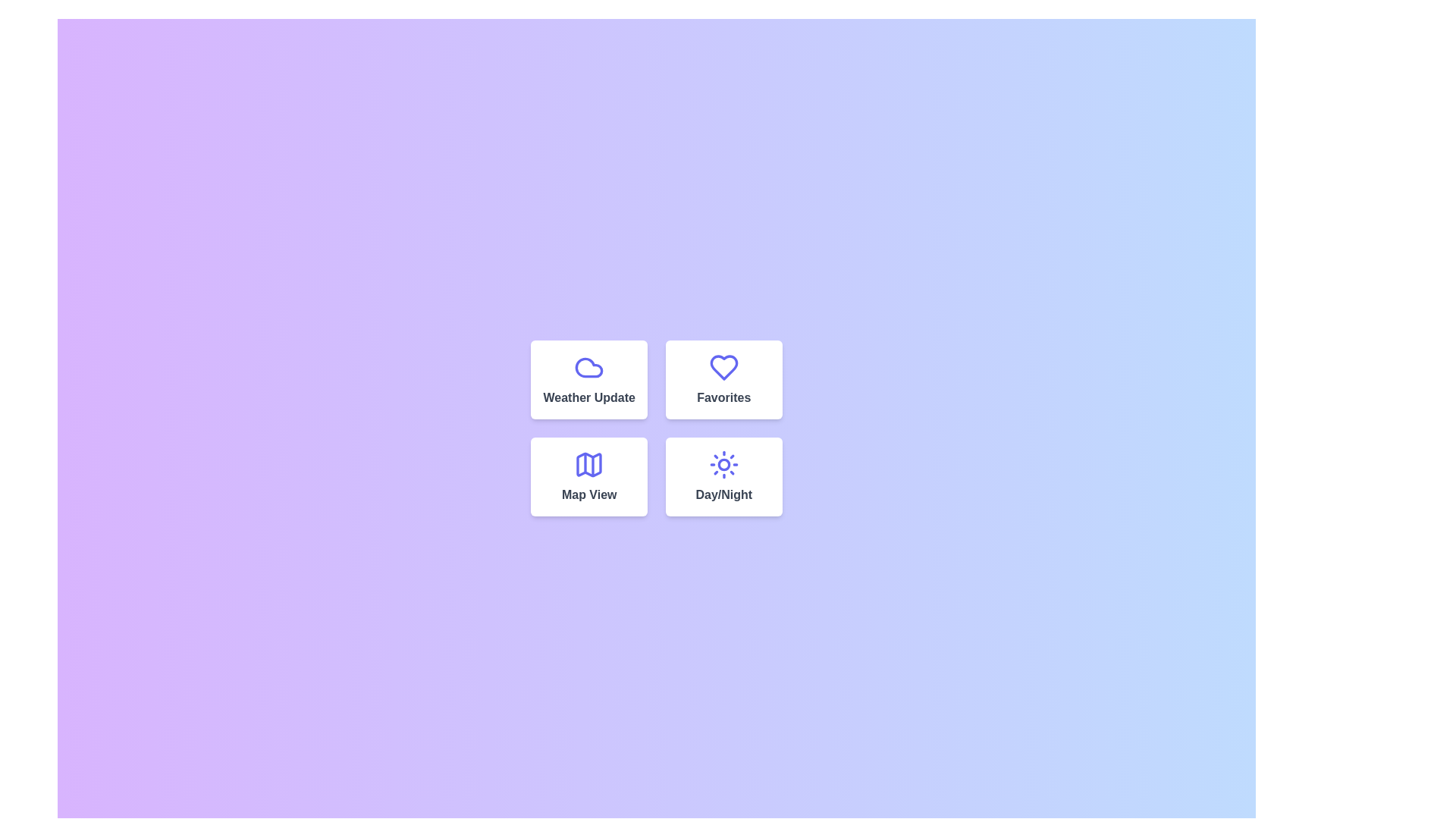  I want to click on the heart icon in the 'Favorites' card located in the top-right position of the grid, so click(723, 368).